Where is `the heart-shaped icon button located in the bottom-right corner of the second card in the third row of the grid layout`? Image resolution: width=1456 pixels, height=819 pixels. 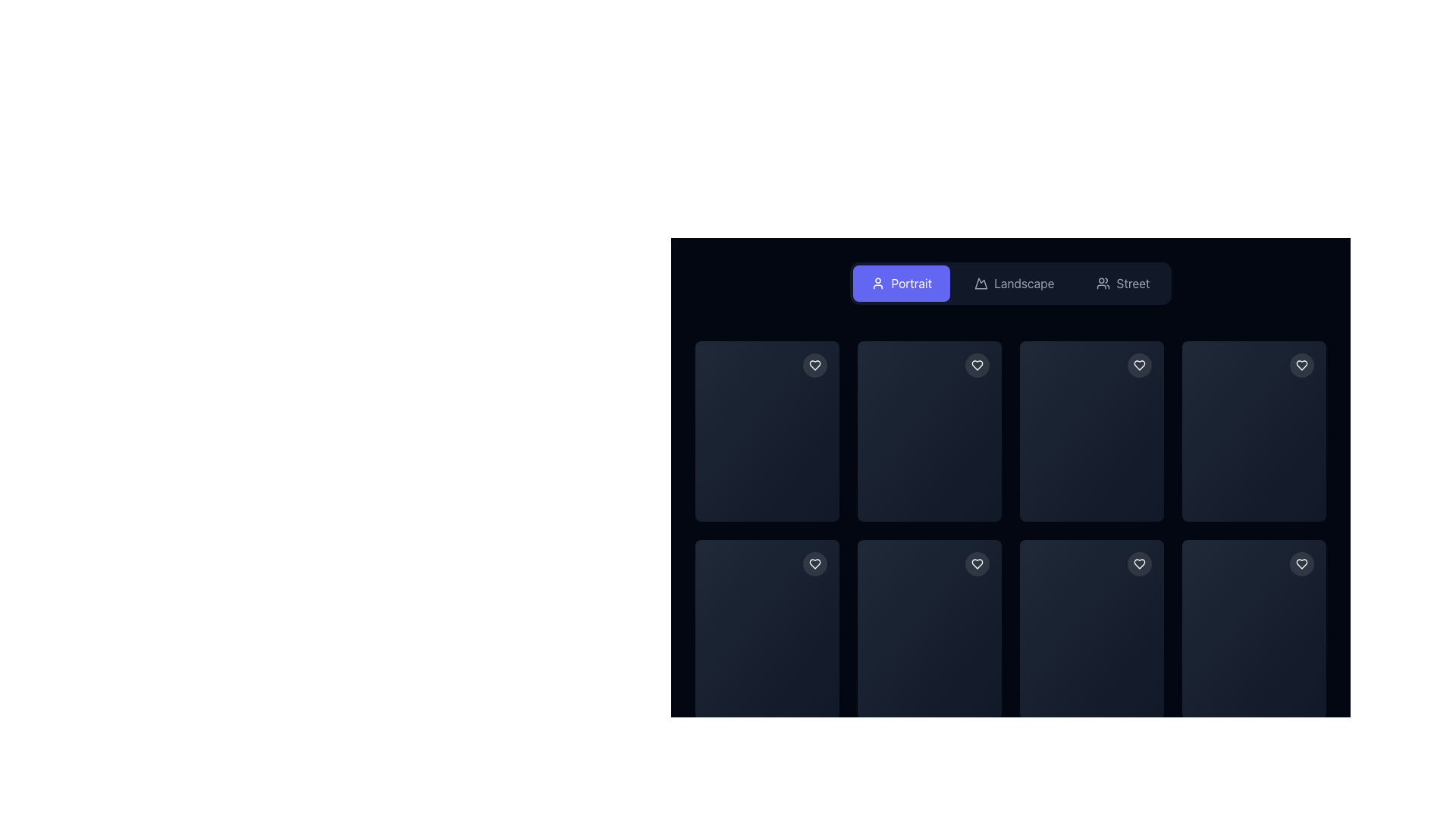
the heart-shaped icon button located in the bottom-right corner of the second card in the third row of the grid layout is located at coordinates (977, 563).